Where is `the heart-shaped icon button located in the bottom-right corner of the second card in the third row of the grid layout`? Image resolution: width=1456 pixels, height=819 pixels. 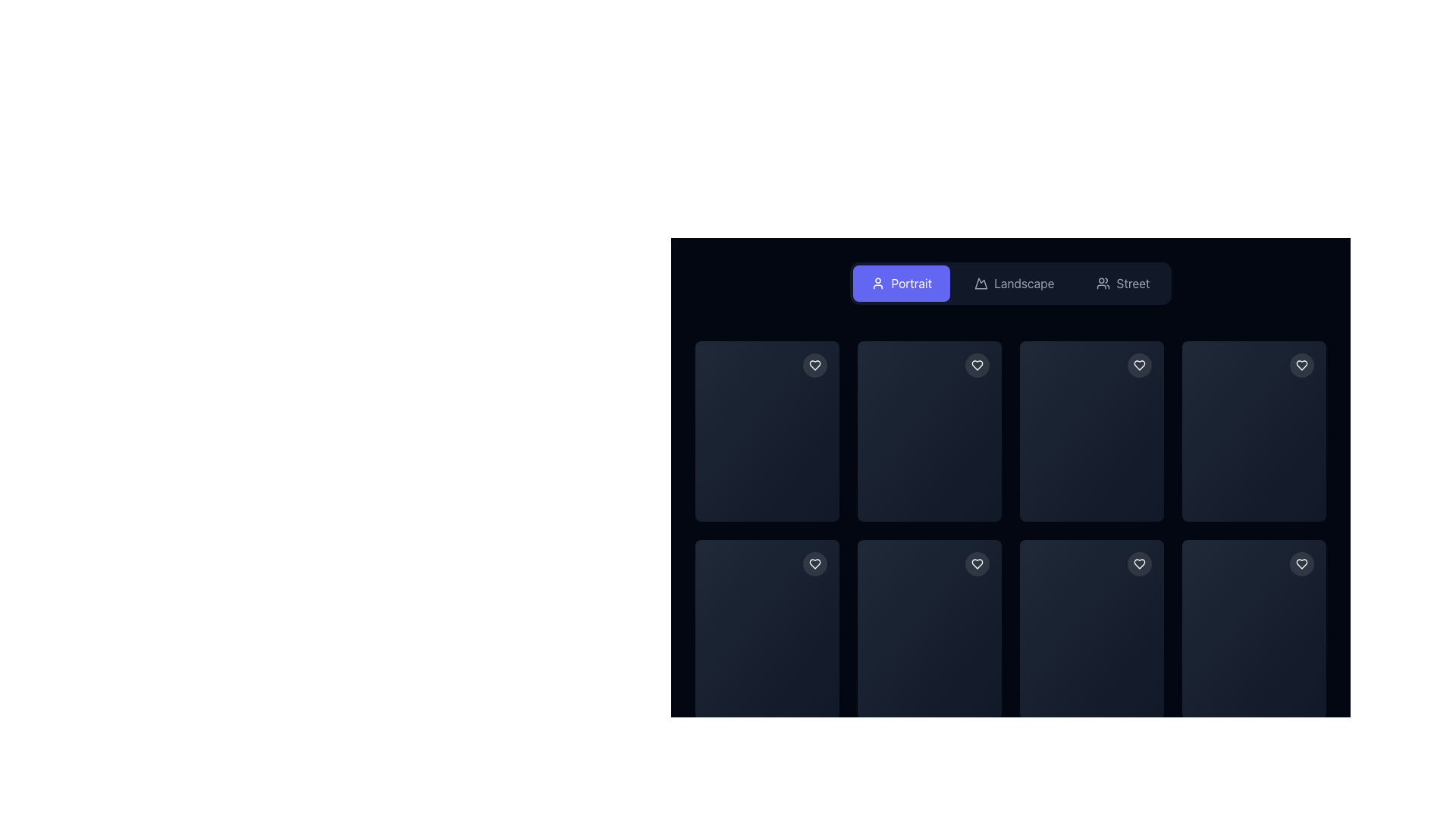
the heart-shaped icon button located in the bottom-right corner of the second card in the third row of the grid layout is located at coordinates (977, 563).